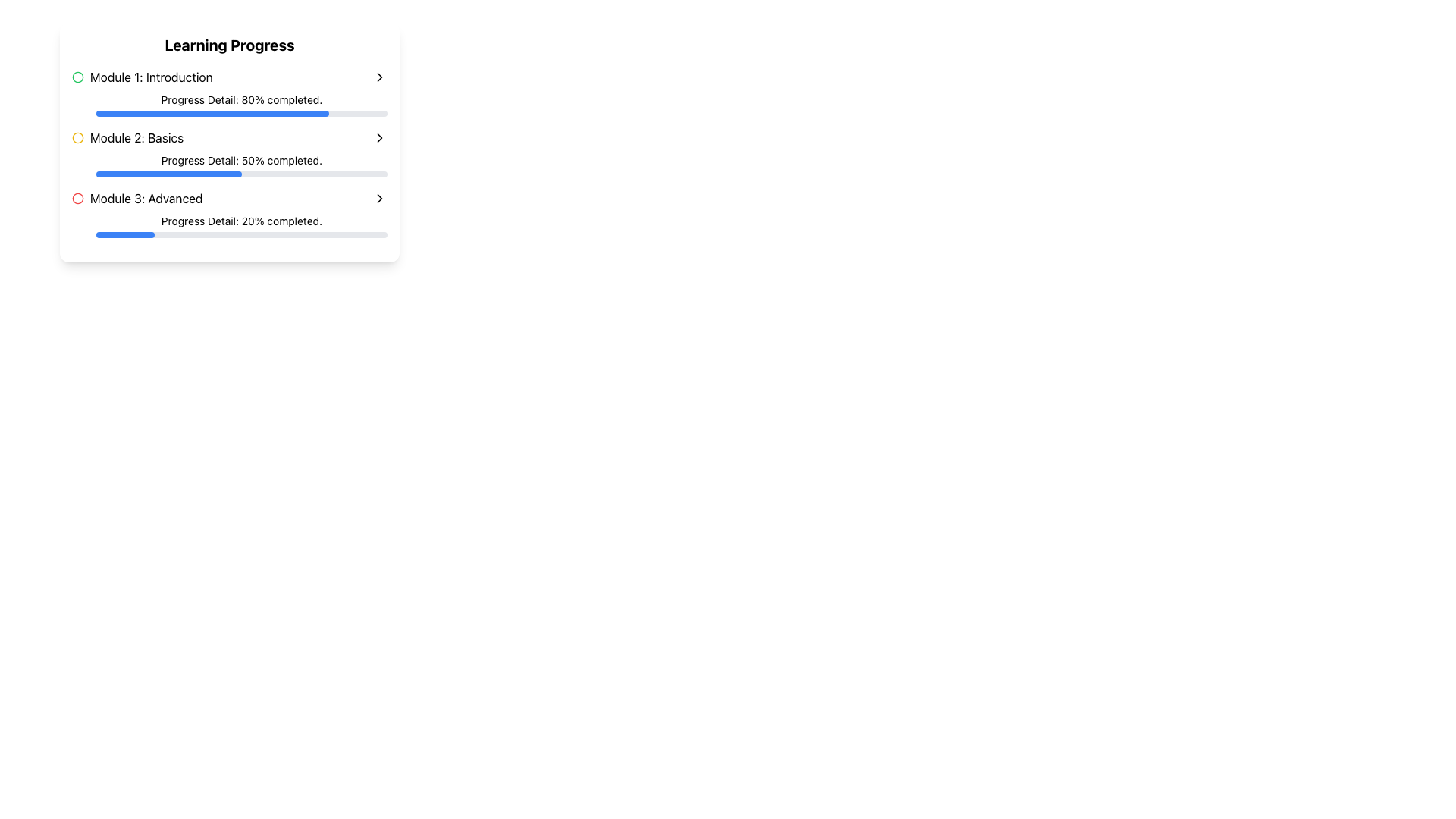  I want to click on the text label 'Progress Detail: 20% completed.' which is part of a composite element including a progress bar located beneath the header 'Module 3: Advanced', so click(228, 225).